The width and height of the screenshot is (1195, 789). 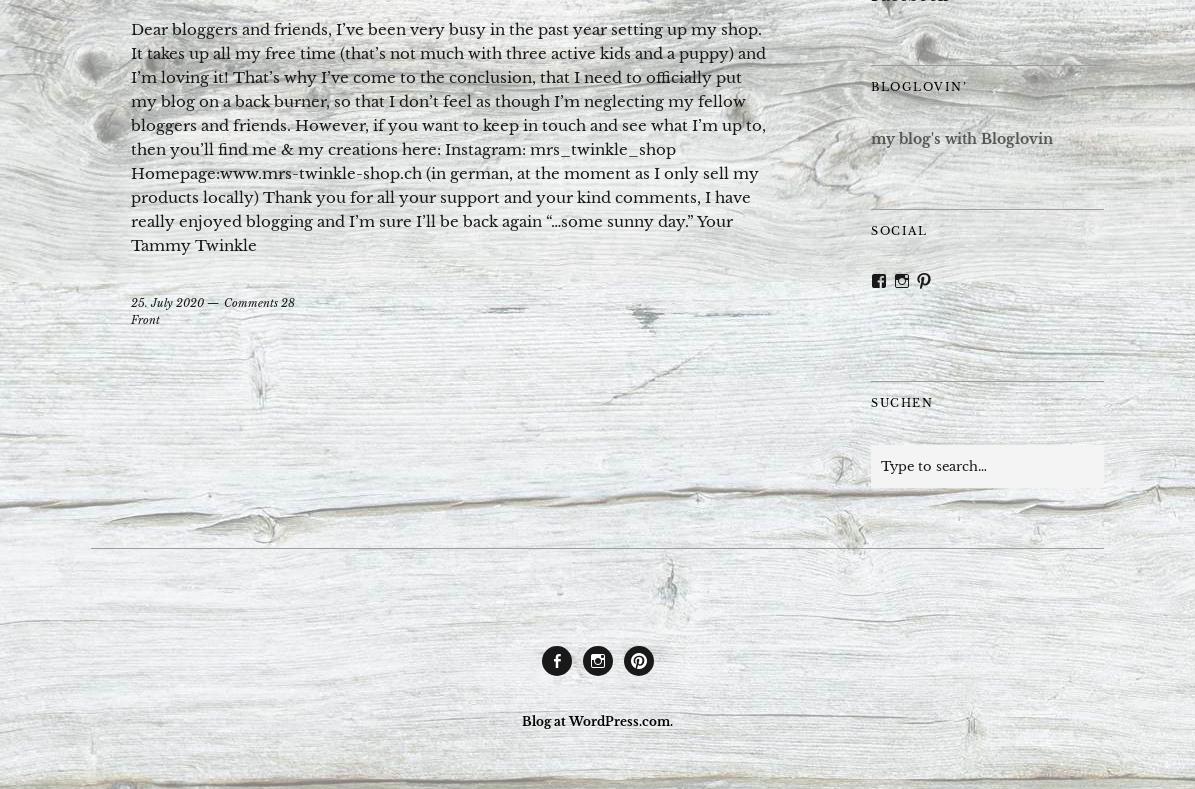 I want to click on 'Comments 28', so click(x=258, y=302).